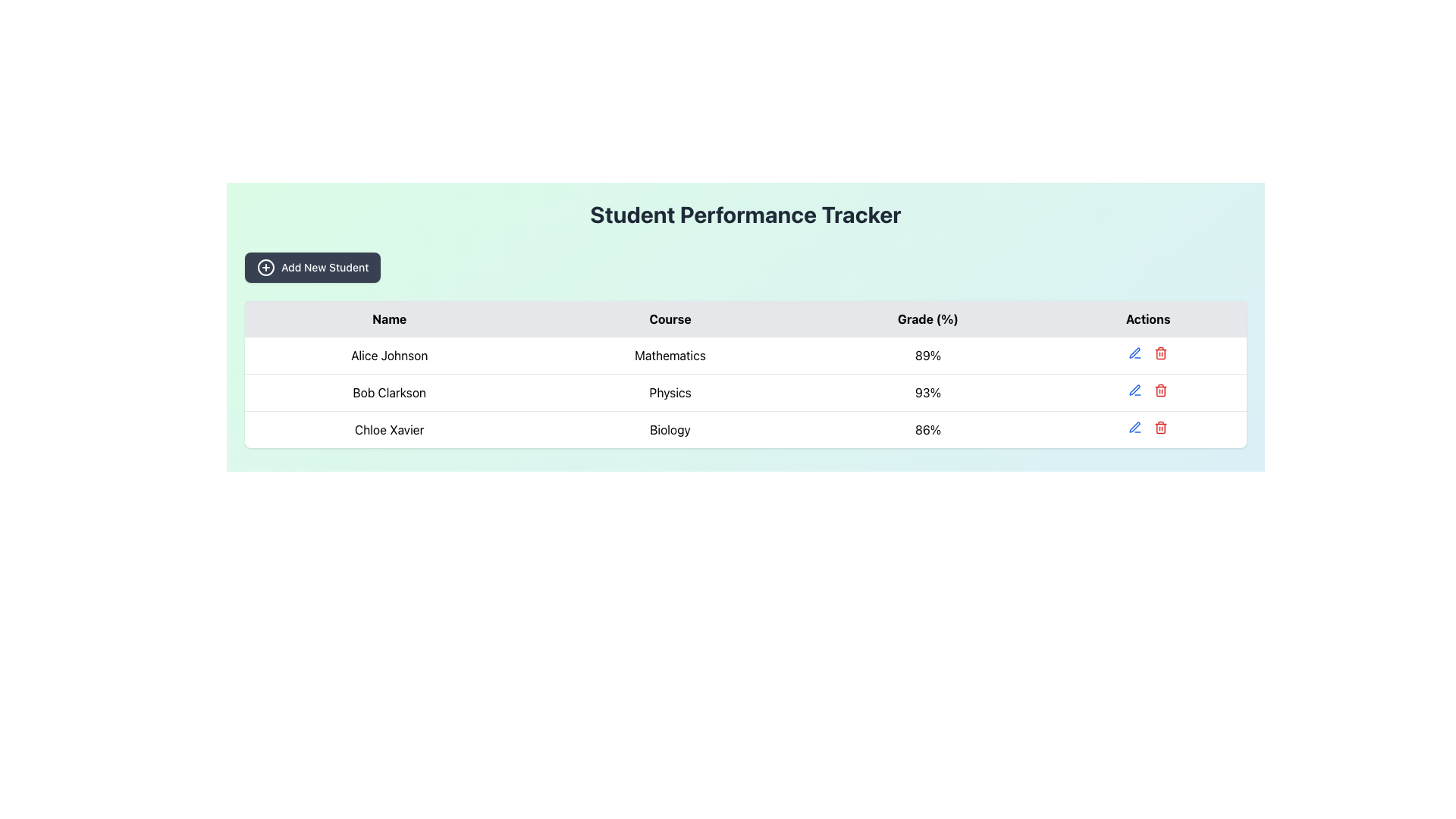 This screenshot has height=819, width=1456. I want to click on the 'Add New Student' button, which has a dark gray background and white text, so click(312, 267).